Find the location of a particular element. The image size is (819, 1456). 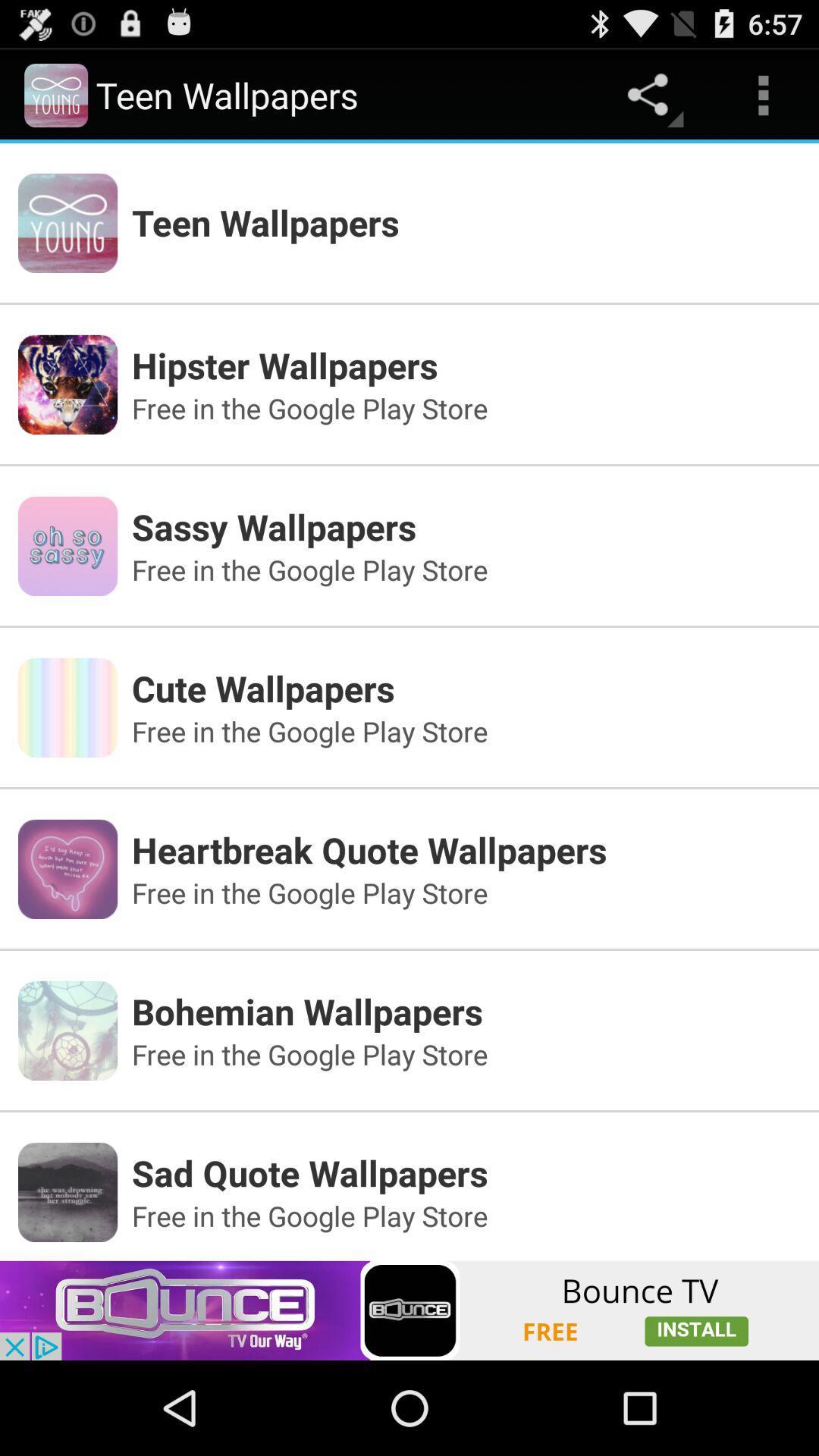

advertisement is located at coordinates (409, 1310).